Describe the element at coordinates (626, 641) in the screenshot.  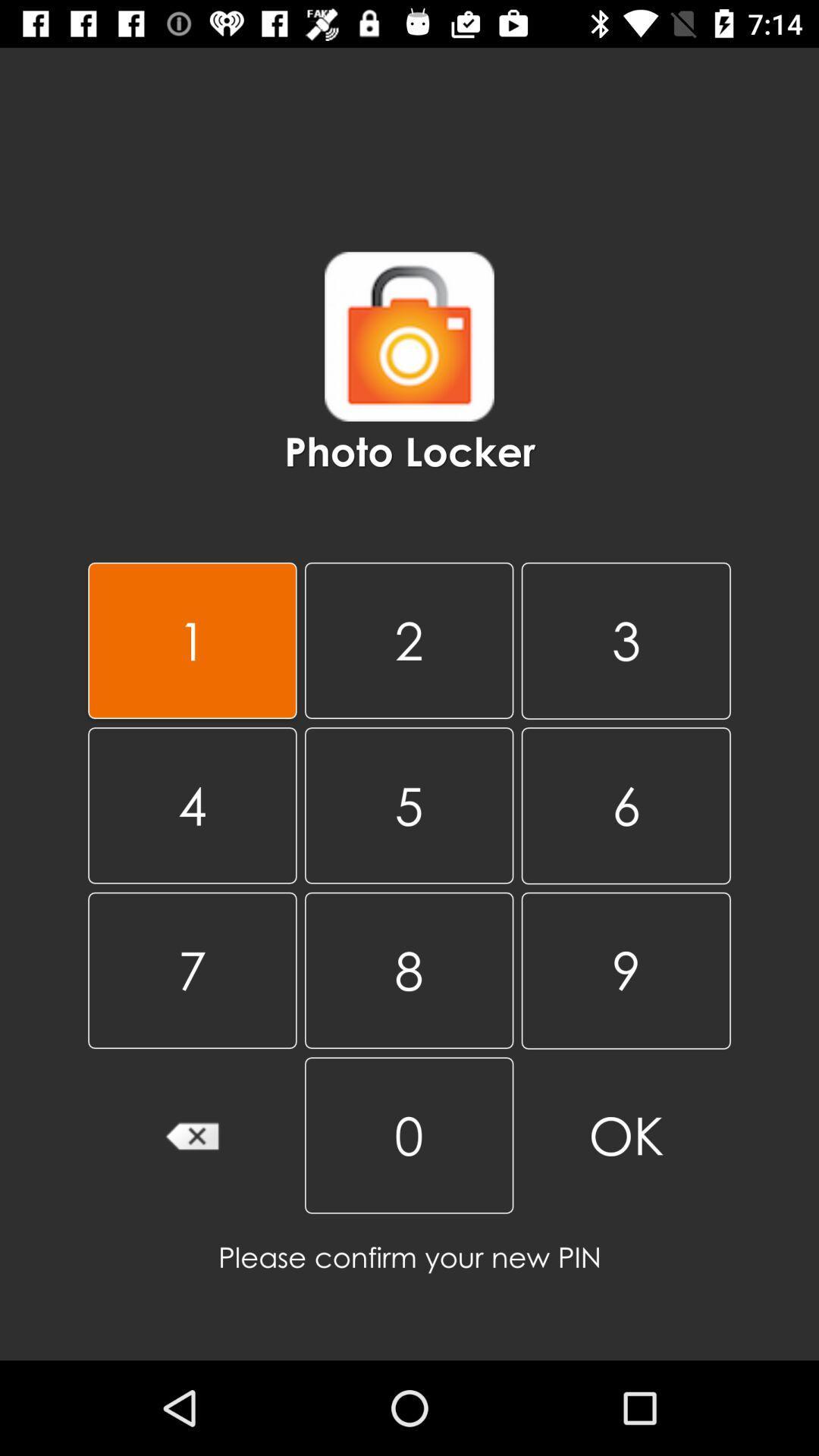
I see `the item above 5 item` at that location.